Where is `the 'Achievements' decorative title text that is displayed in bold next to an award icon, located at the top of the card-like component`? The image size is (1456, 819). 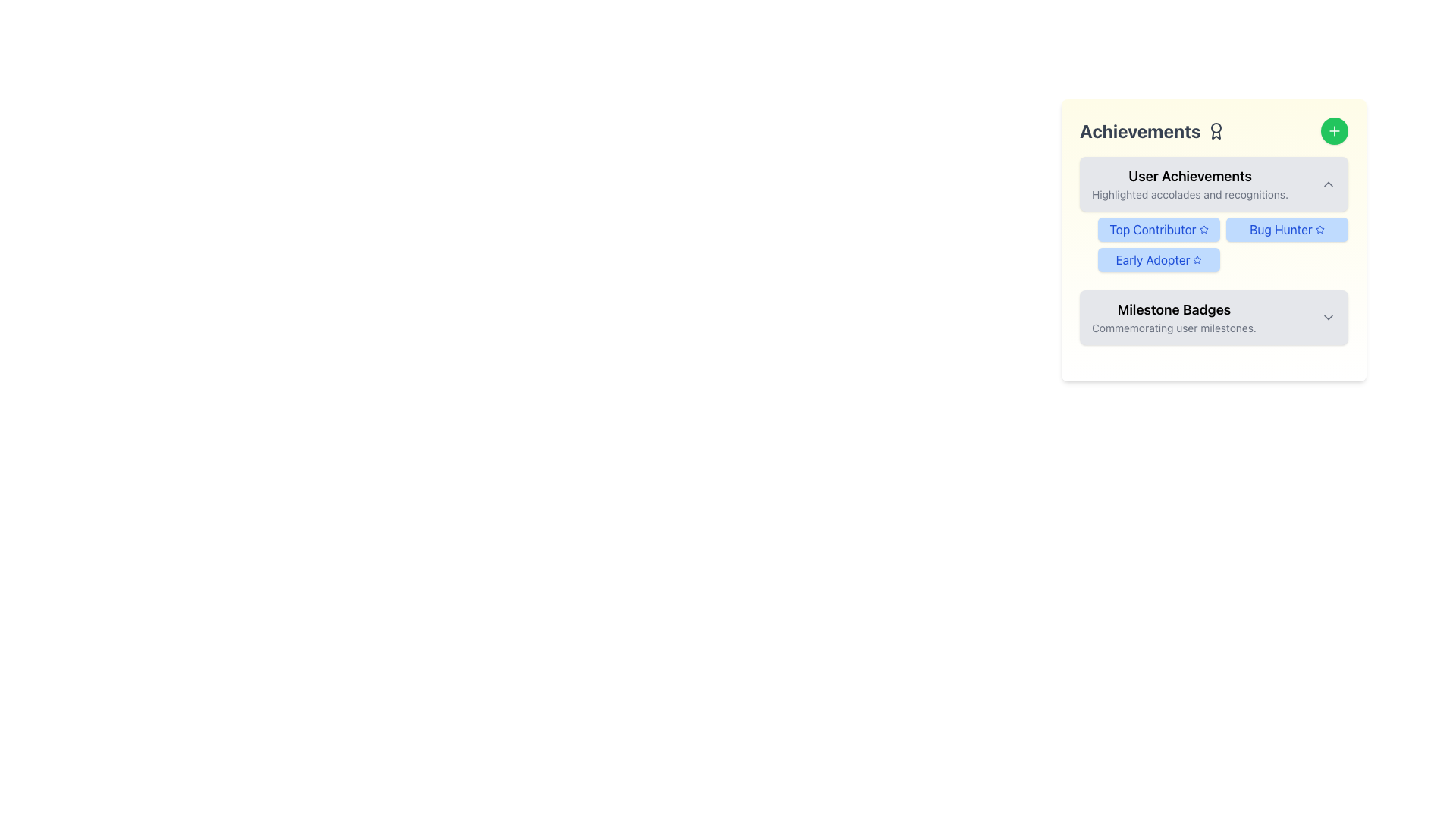 the 'Achievements' decorative title text that is displayed in bold next to an award icon, located at the top of the card-like component is located at coordinates (1214, 130).